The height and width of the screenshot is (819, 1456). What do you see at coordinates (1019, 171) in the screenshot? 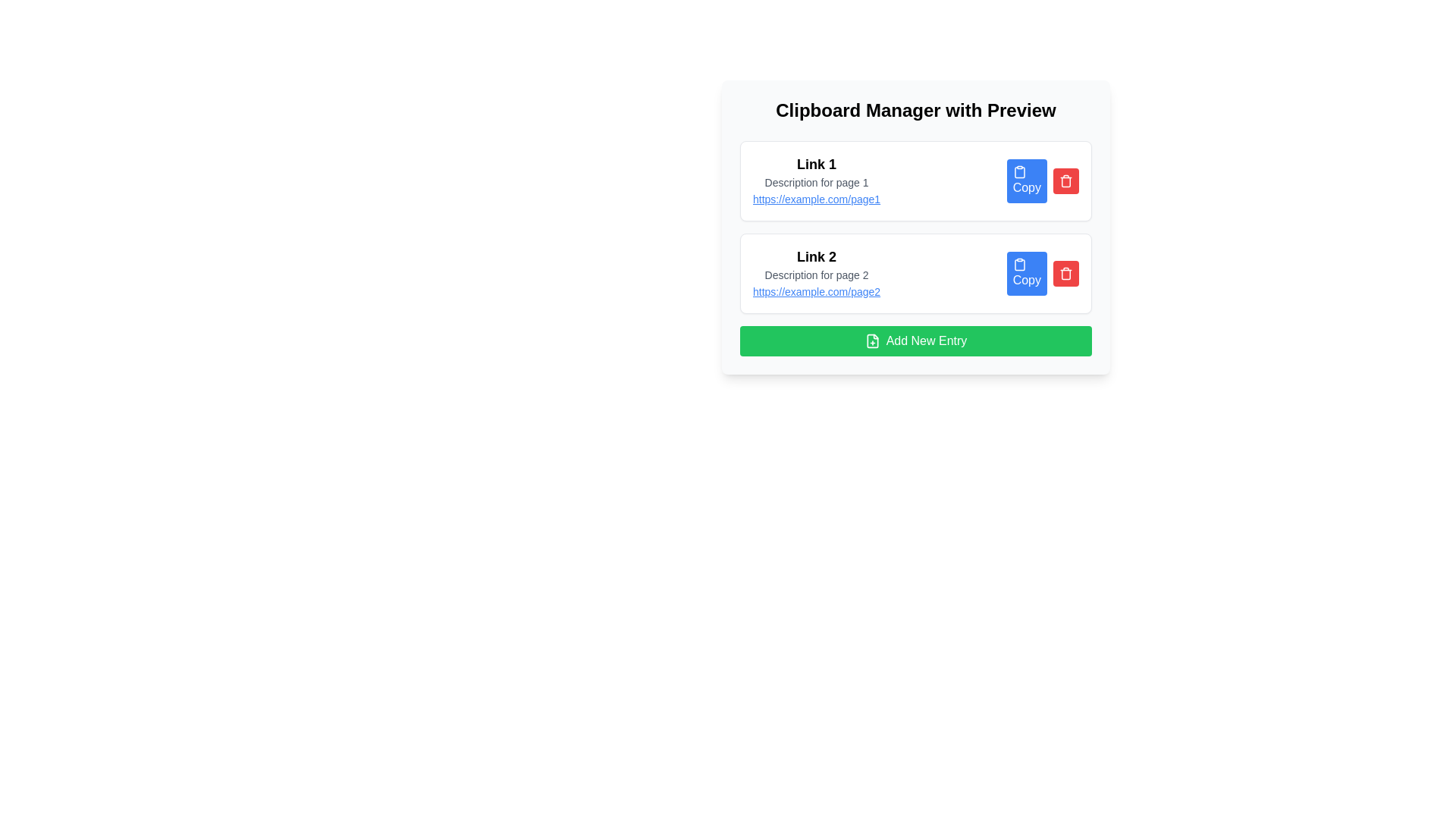
I see `the clipboard icon within the first blue 'Copy' button on the right of the top entry in the list, situated under the header` at bounding box center [1019, 171].